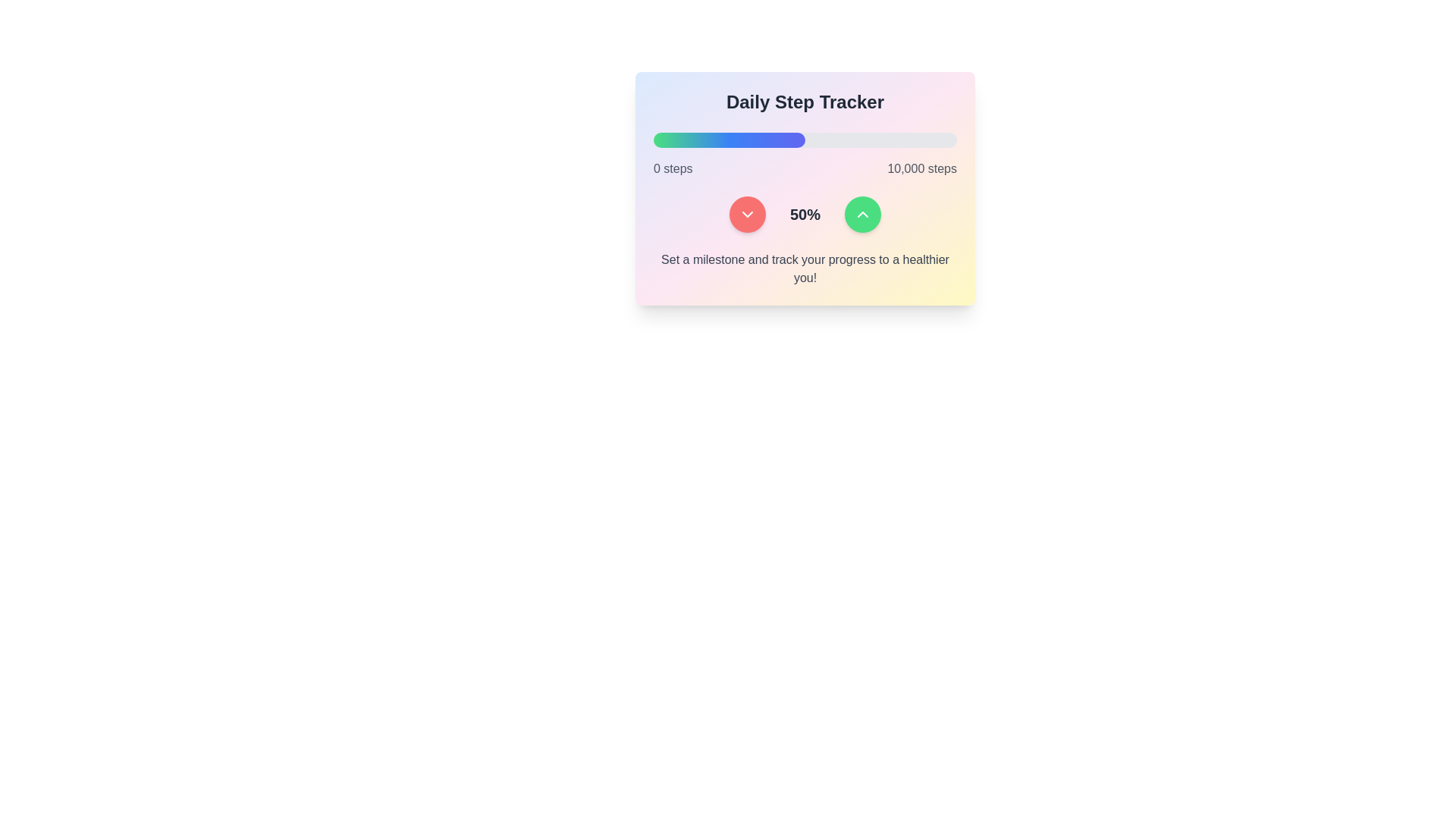 This screenshot has height=819, width=1456. What do you see at coordinates (921, 169) in the screenshot?
I see `the text label displaying '10,000 steps', which is part of a progress-tracking dashboard and positioned to the right of the progress bar` at bounding box center [921, 169].